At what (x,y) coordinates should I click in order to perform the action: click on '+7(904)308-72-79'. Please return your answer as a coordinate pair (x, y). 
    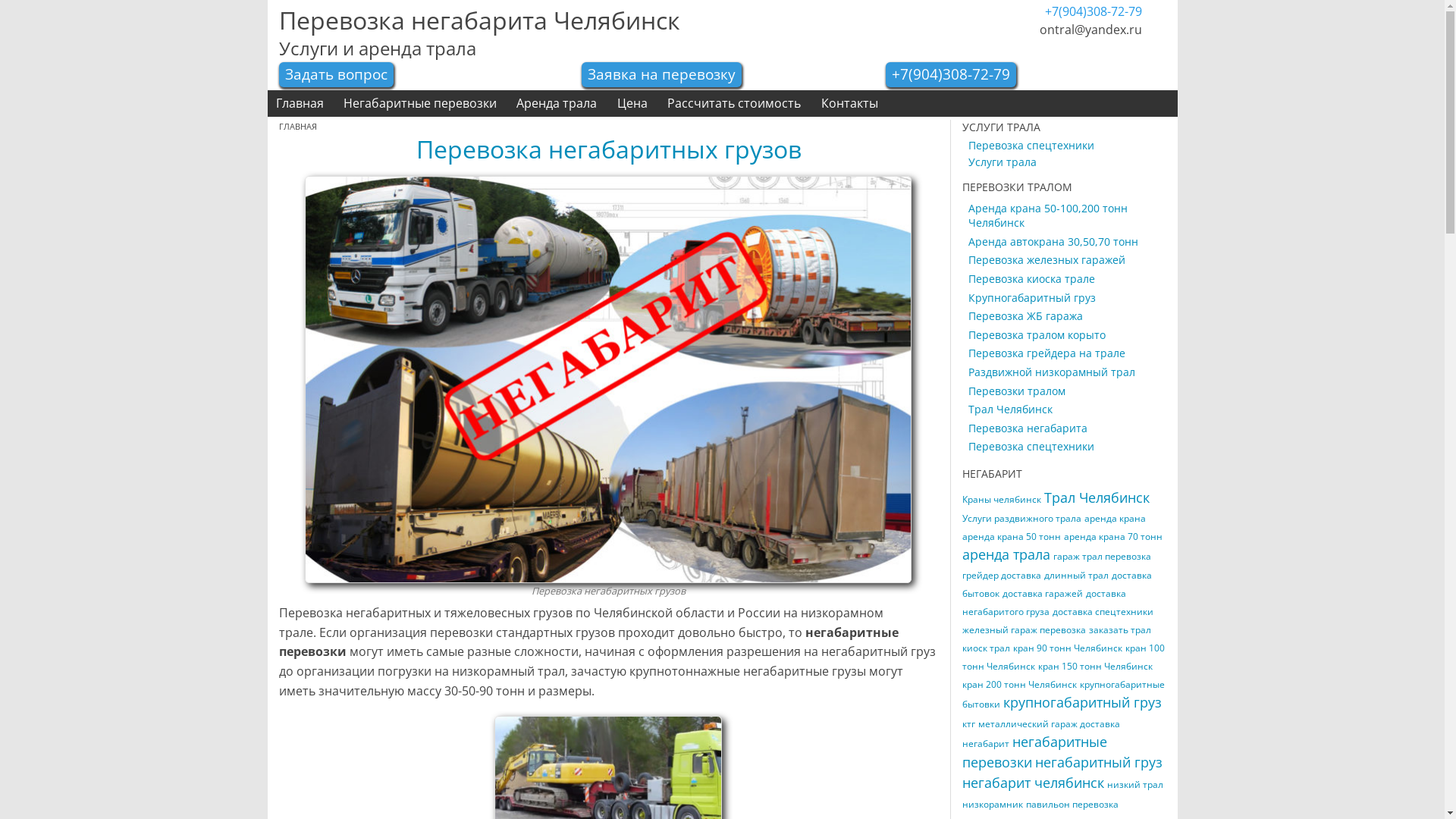
    Looking at the image, I should click on (949, 74).